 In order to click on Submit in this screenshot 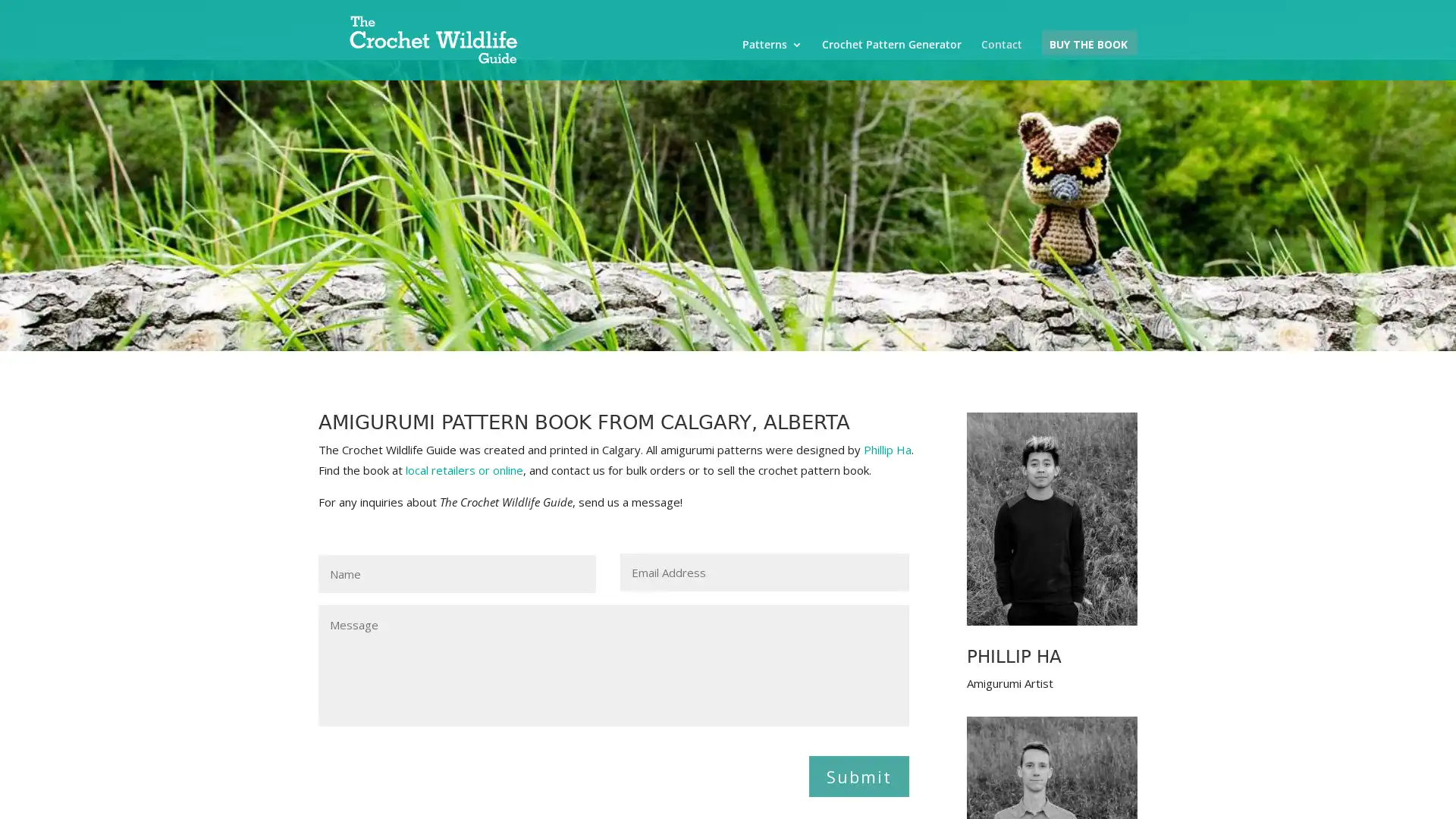, I will do `click(858, 775)`.